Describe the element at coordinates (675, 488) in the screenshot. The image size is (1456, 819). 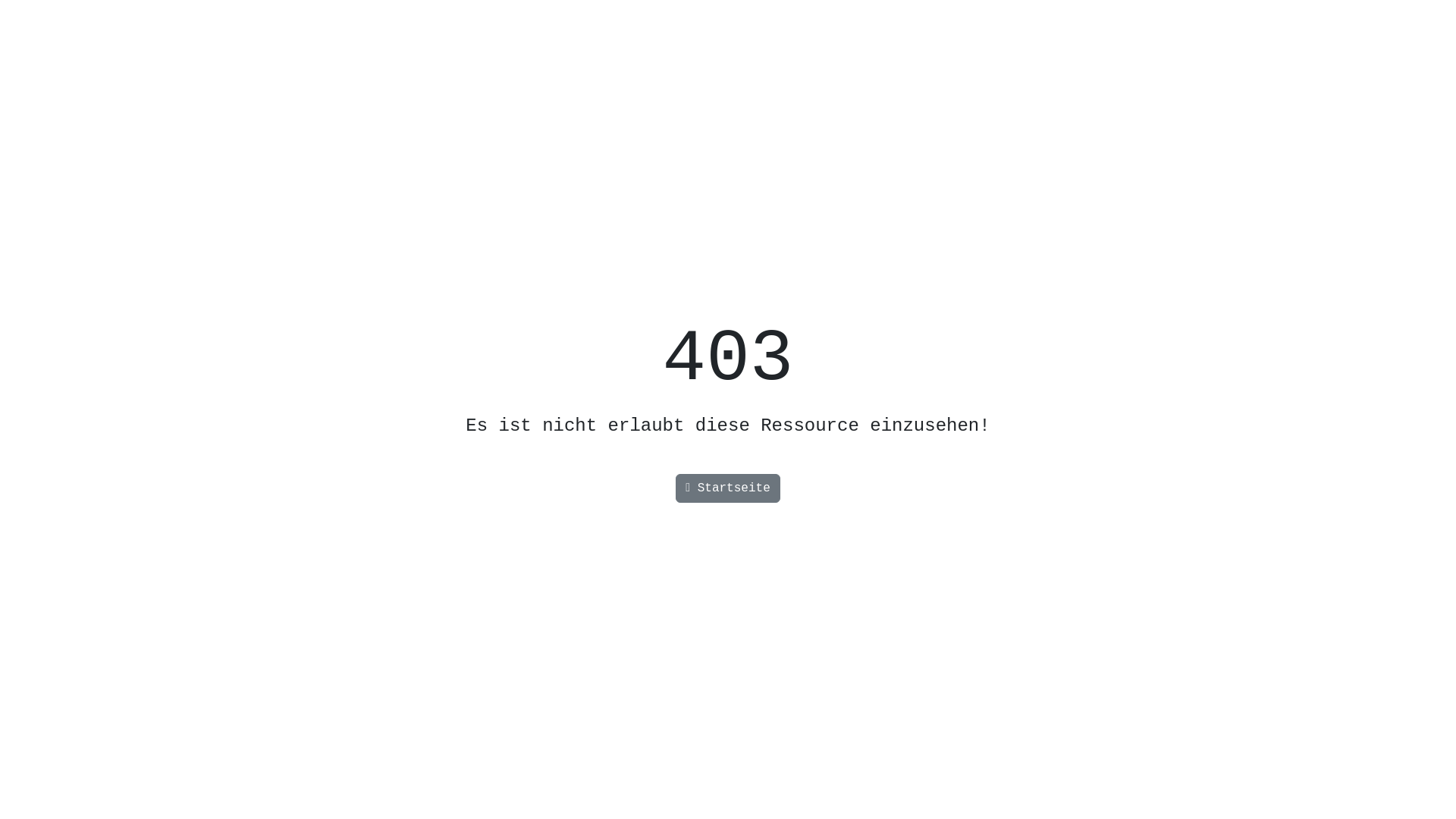
I see `'Startseite'` at that location.